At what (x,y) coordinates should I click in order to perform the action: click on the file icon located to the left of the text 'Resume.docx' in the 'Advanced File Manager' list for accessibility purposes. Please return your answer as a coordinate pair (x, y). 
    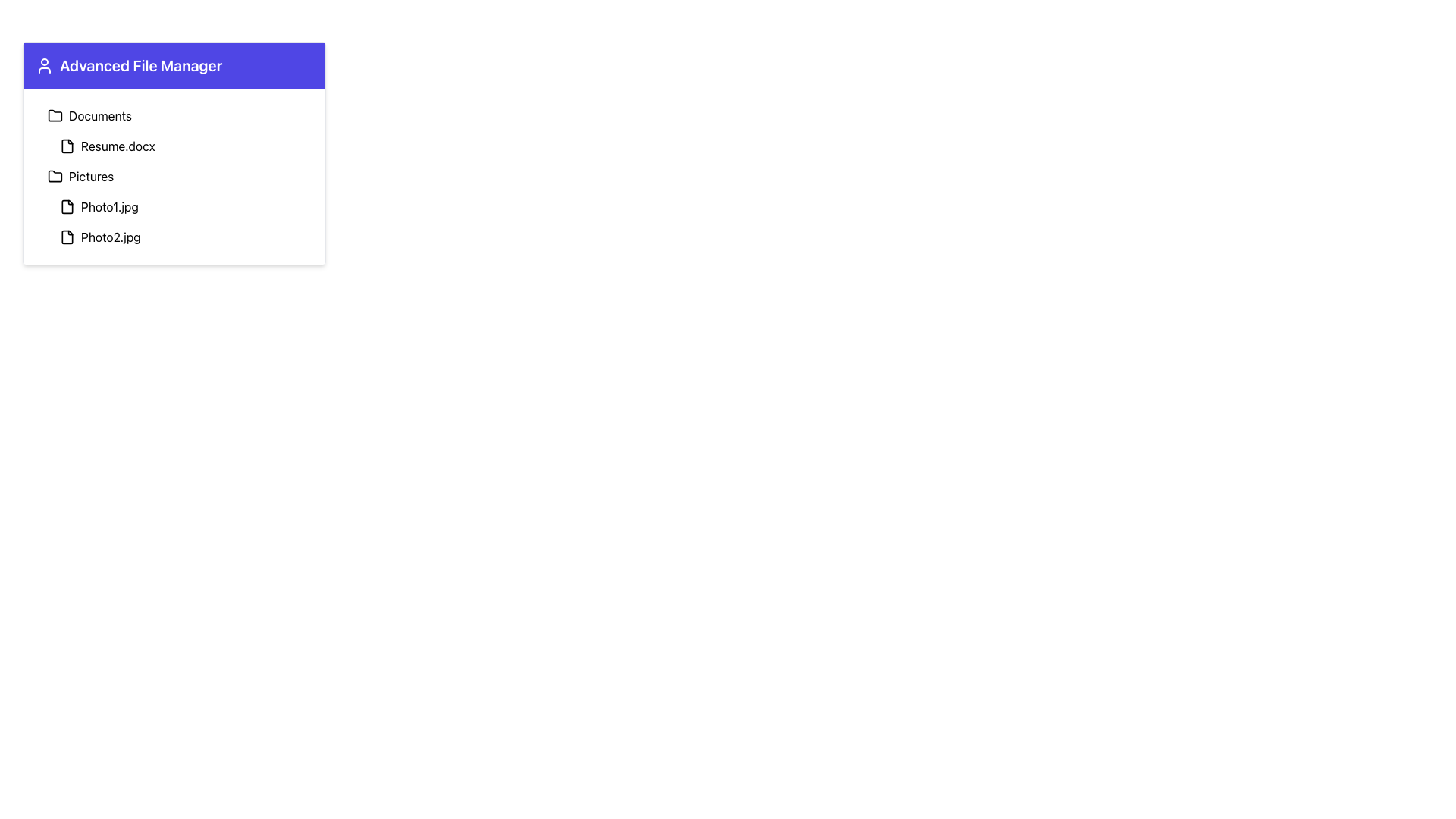
    Looking at the image, I should click on (67, 146).